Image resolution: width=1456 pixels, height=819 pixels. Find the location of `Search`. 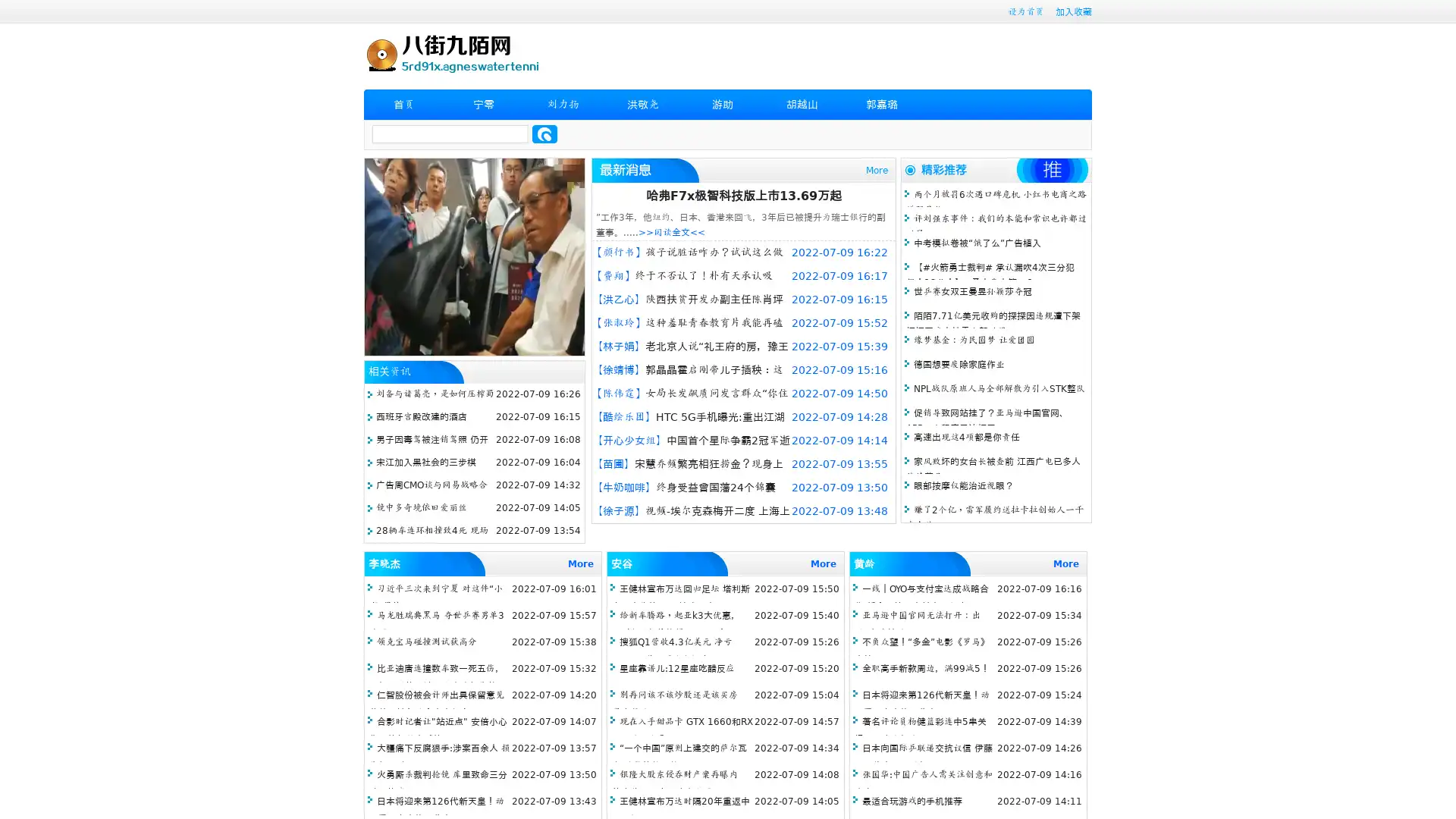

Search is located at coordinates (544, 133).